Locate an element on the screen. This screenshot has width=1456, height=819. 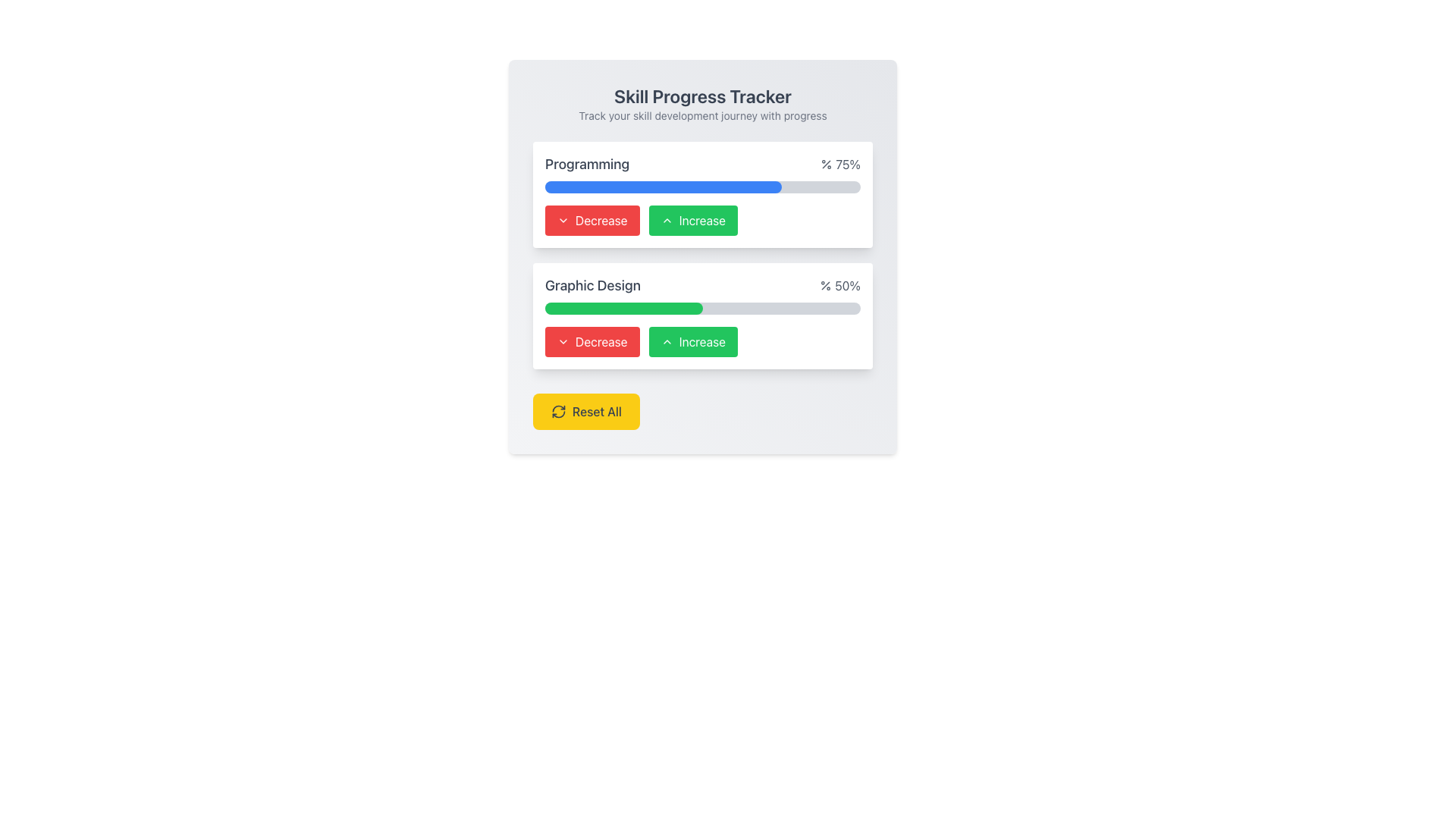
the leftmost button under the 'Programming' label is located at coordinates (591, 342).